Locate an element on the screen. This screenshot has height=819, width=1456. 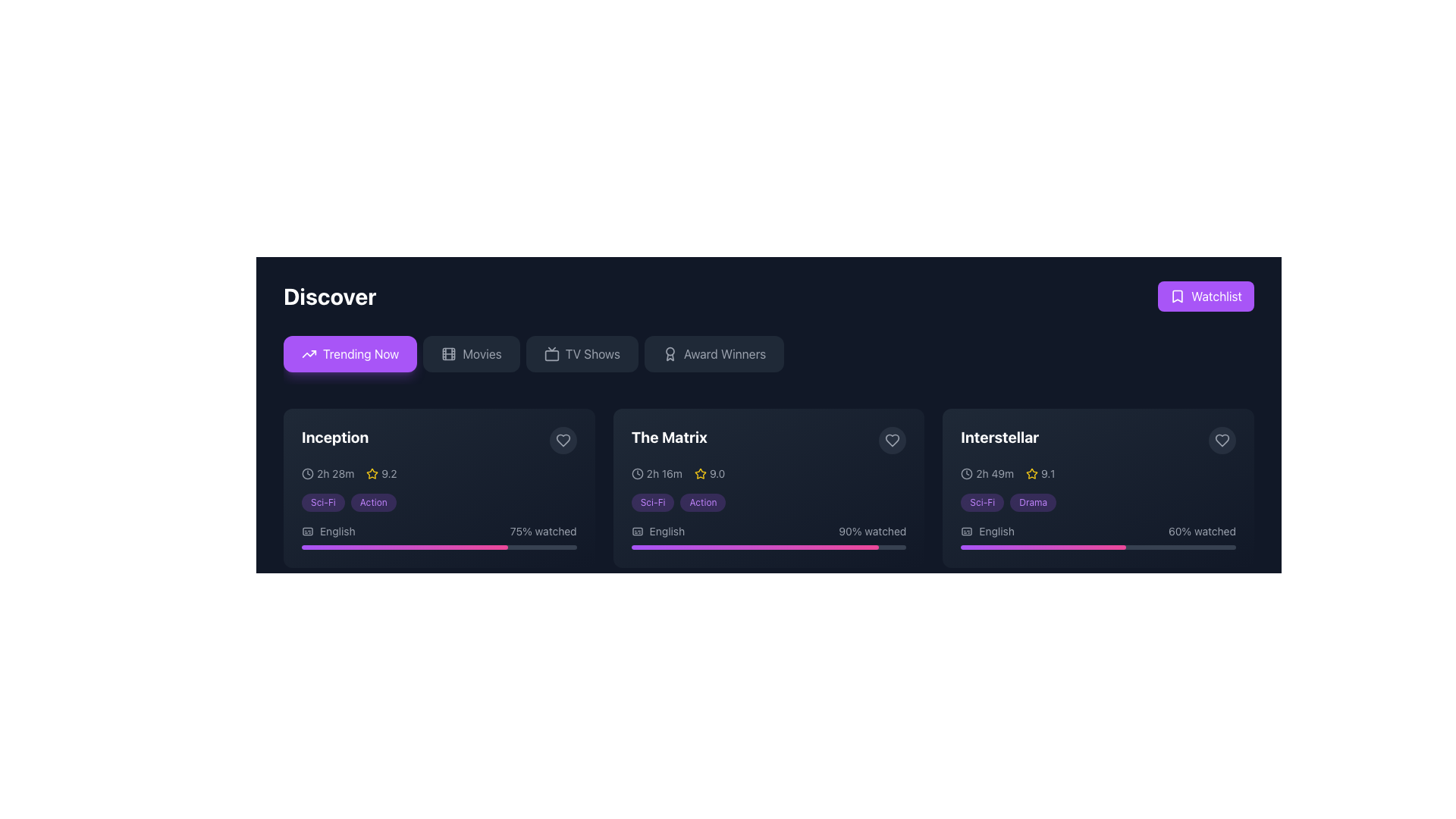
the 'Award Winners' button in the horizontal menu bar to filter for award winners is located at coordinates (768, 359).